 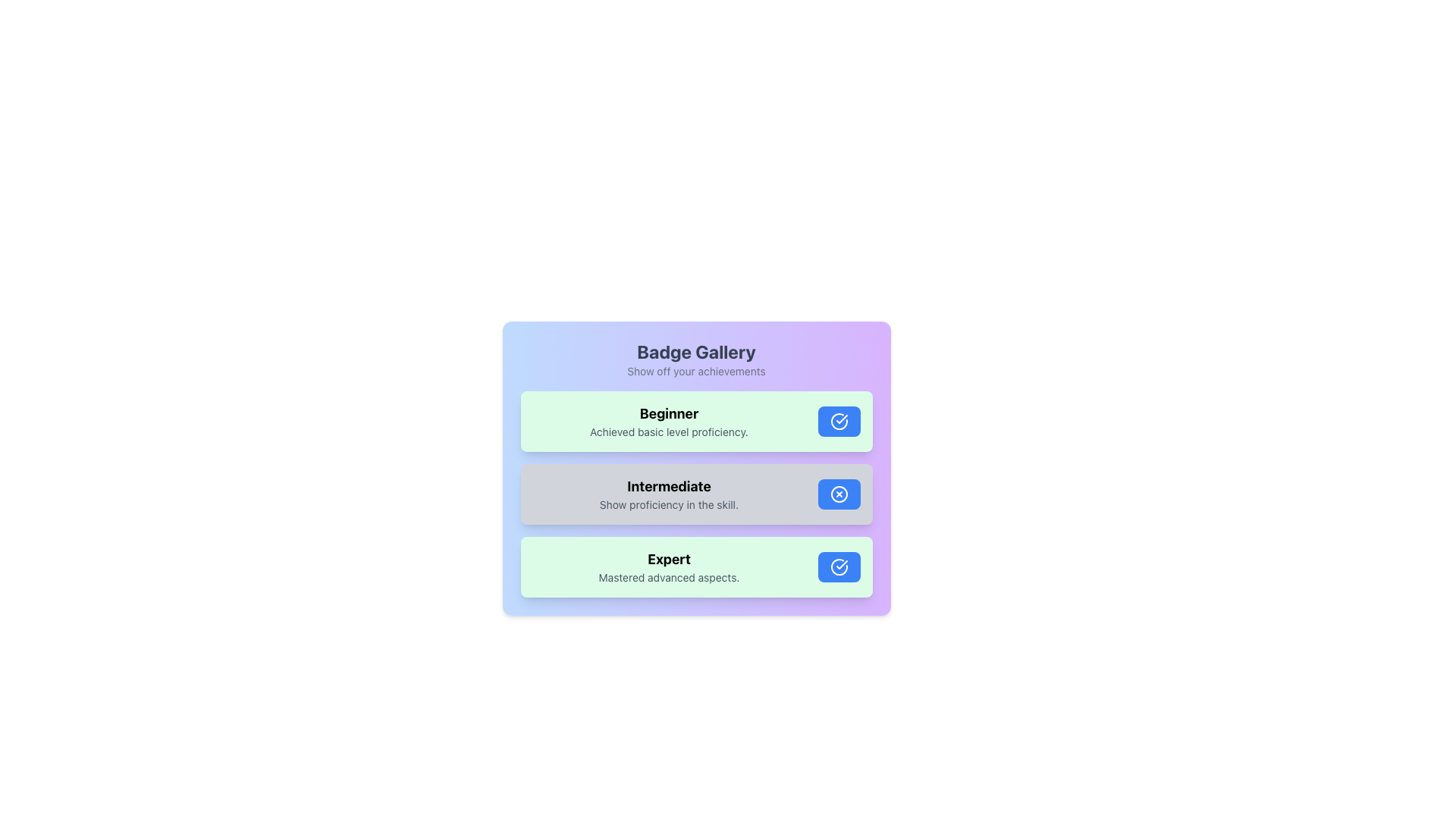 What do you see at coordinates (668, 559) in the screenshot?
I see `the 'Expert' level badge title text, which is prominently displayed in the third row of the achievement list, above the descriptive text, aligning with the titles of 'Beginner' and 'Intermediate'` at bounding box center [668, 559].